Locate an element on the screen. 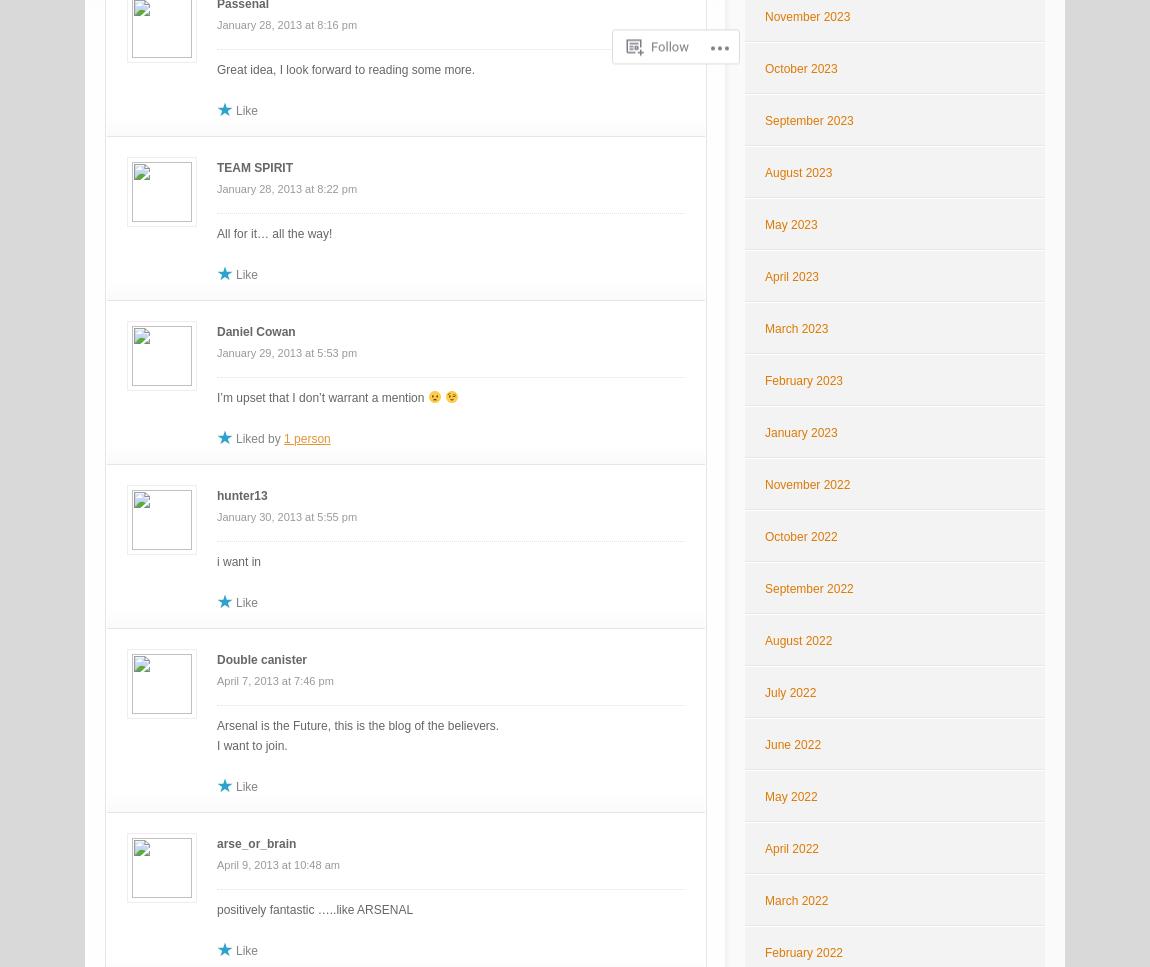 This screenshot has width=1150, height=967. 'May 2023' is located at coordinates (789, 225).